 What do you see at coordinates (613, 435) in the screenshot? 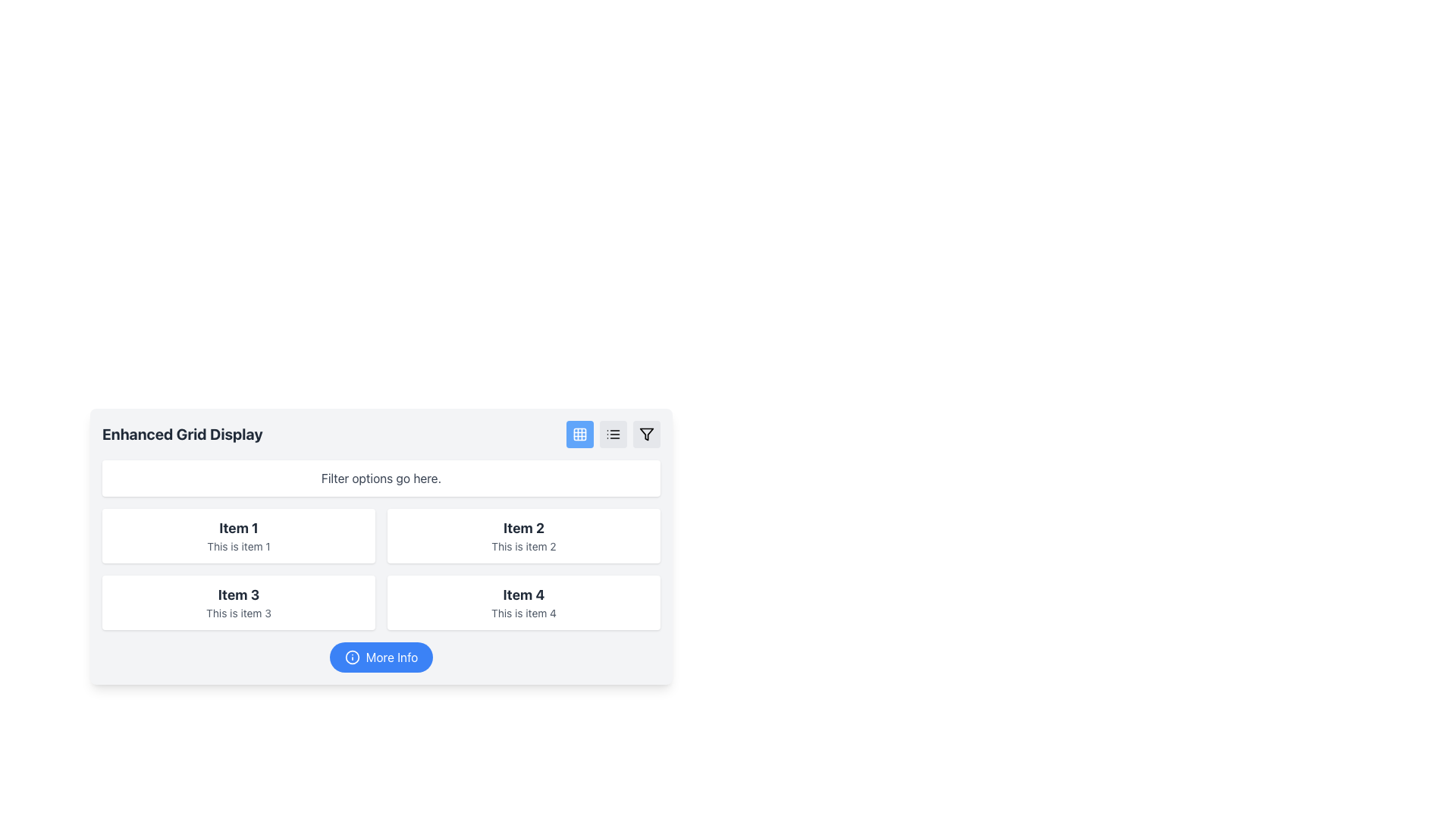
I see `the middle button in the group of three, which toggles the display layout of the grid below to a list format` at bounding box center [613, 435].